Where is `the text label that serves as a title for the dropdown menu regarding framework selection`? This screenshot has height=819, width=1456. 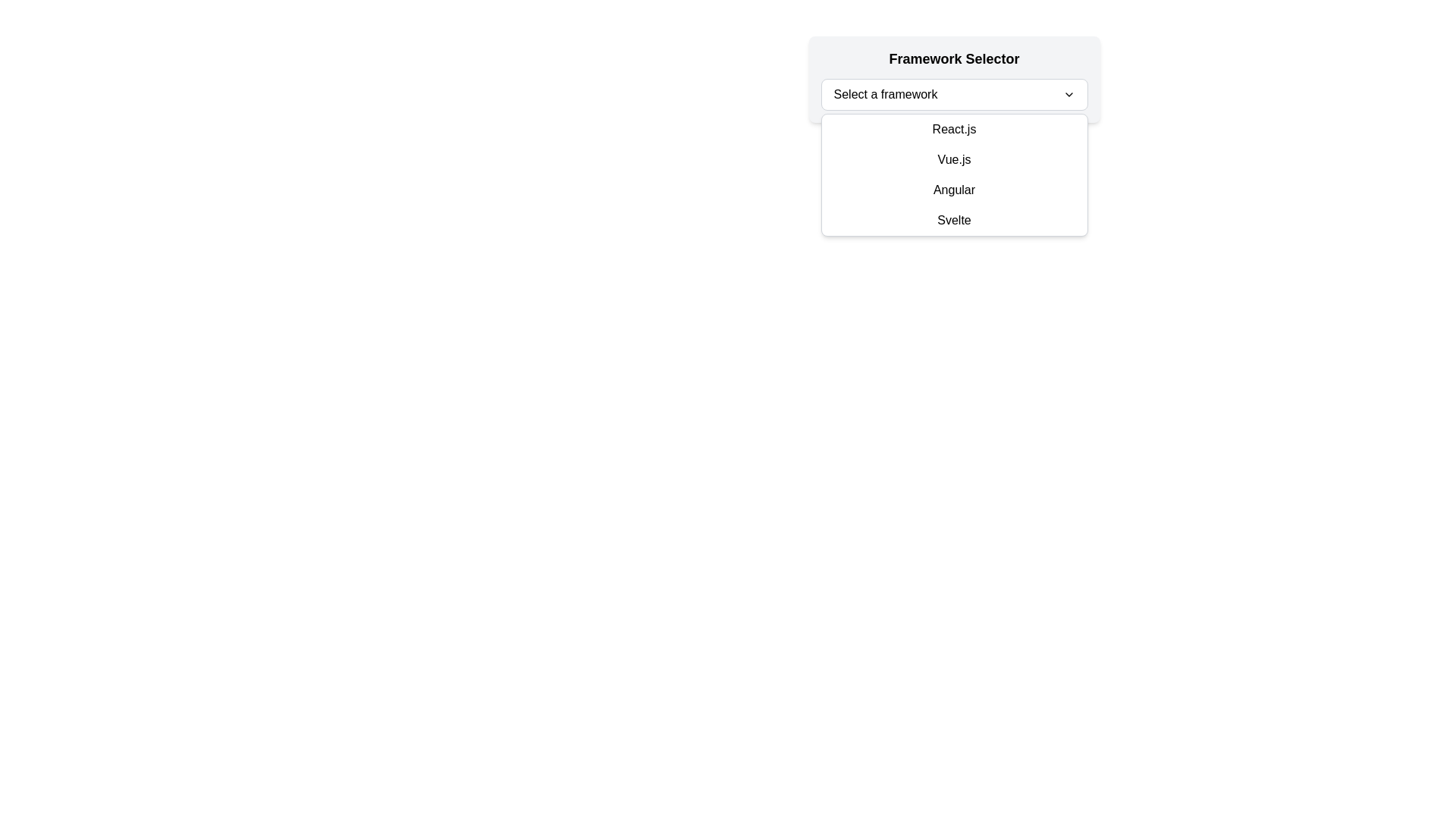
the text label that serves as a title for the dropdown menu regarding framework selection is located at coordinates (953, 58).